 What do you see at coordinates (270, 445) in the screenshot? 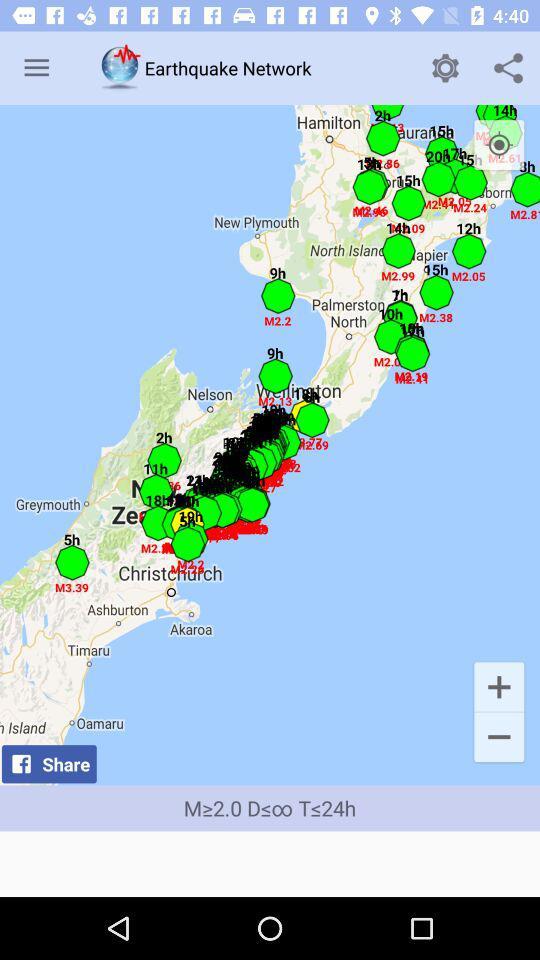
I see `the icon above the m 2 0` at bounding box center [270, 445].